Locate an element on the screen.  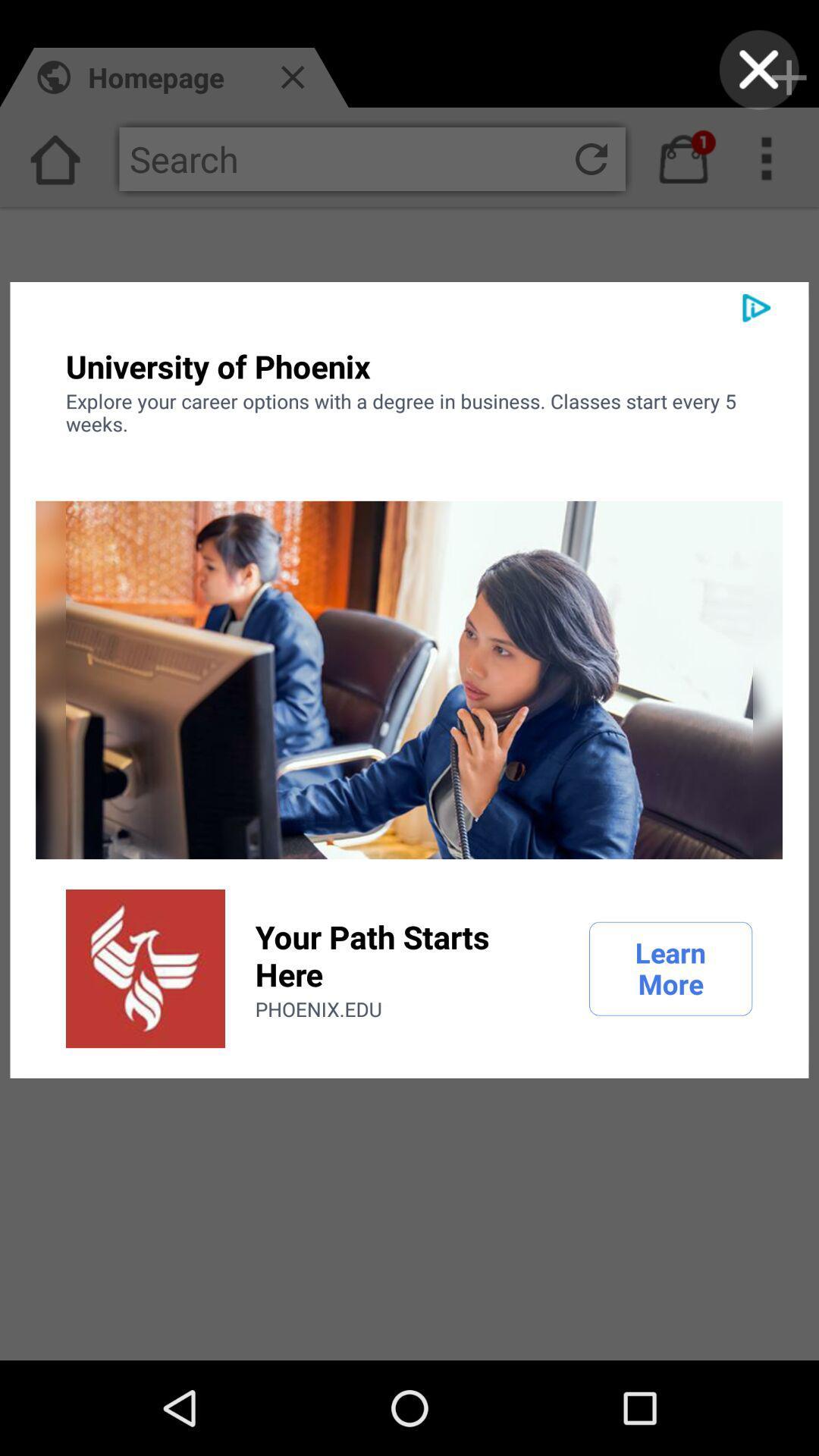
learn more item is located at coordinates (670, 968).